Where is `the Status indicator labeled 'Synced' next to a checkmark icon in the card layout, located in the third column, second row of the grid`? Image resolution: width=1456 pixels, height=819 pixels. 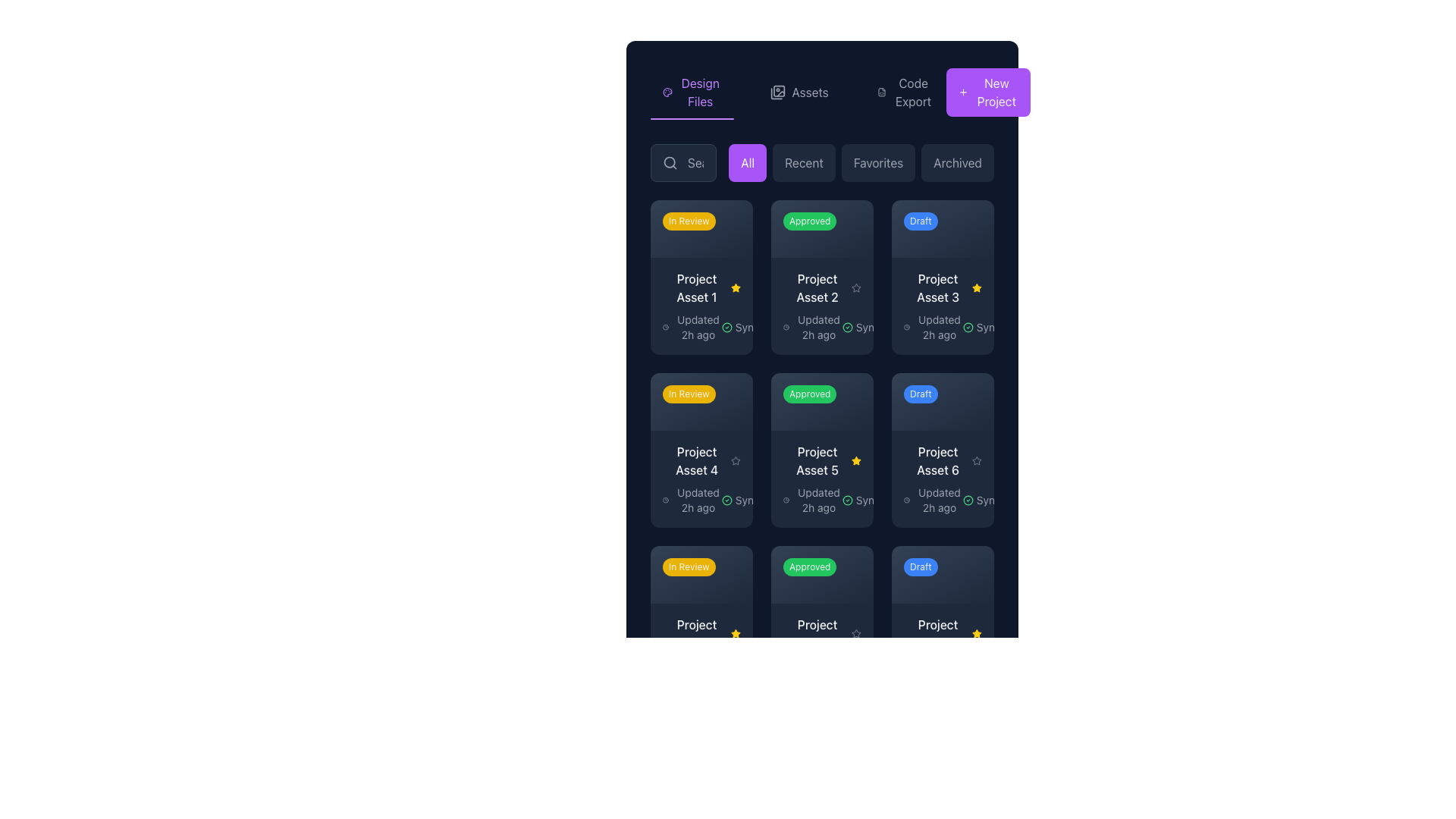
the Status indicator labeled 'Synced' next to a checkmark icon in the card layout, located in the third column, second row of the grid is located at coordinates (987, 326).